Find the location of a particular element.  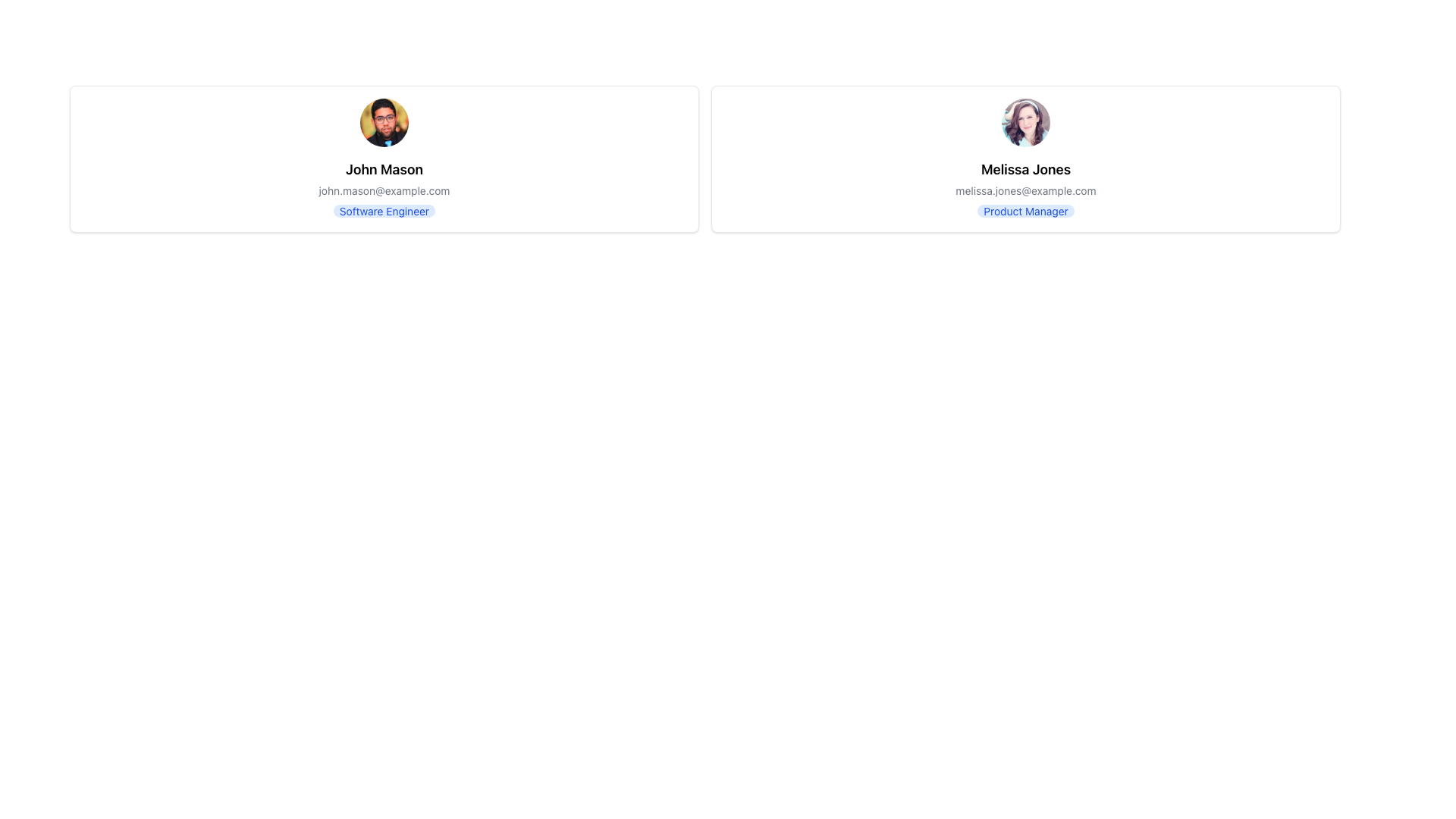

the static text element displaying the email address 'melissa.jones@example.com', which is located beneath 'Melissa Jones' and above 'Product Manager' is located at coordinates (1026, 190).